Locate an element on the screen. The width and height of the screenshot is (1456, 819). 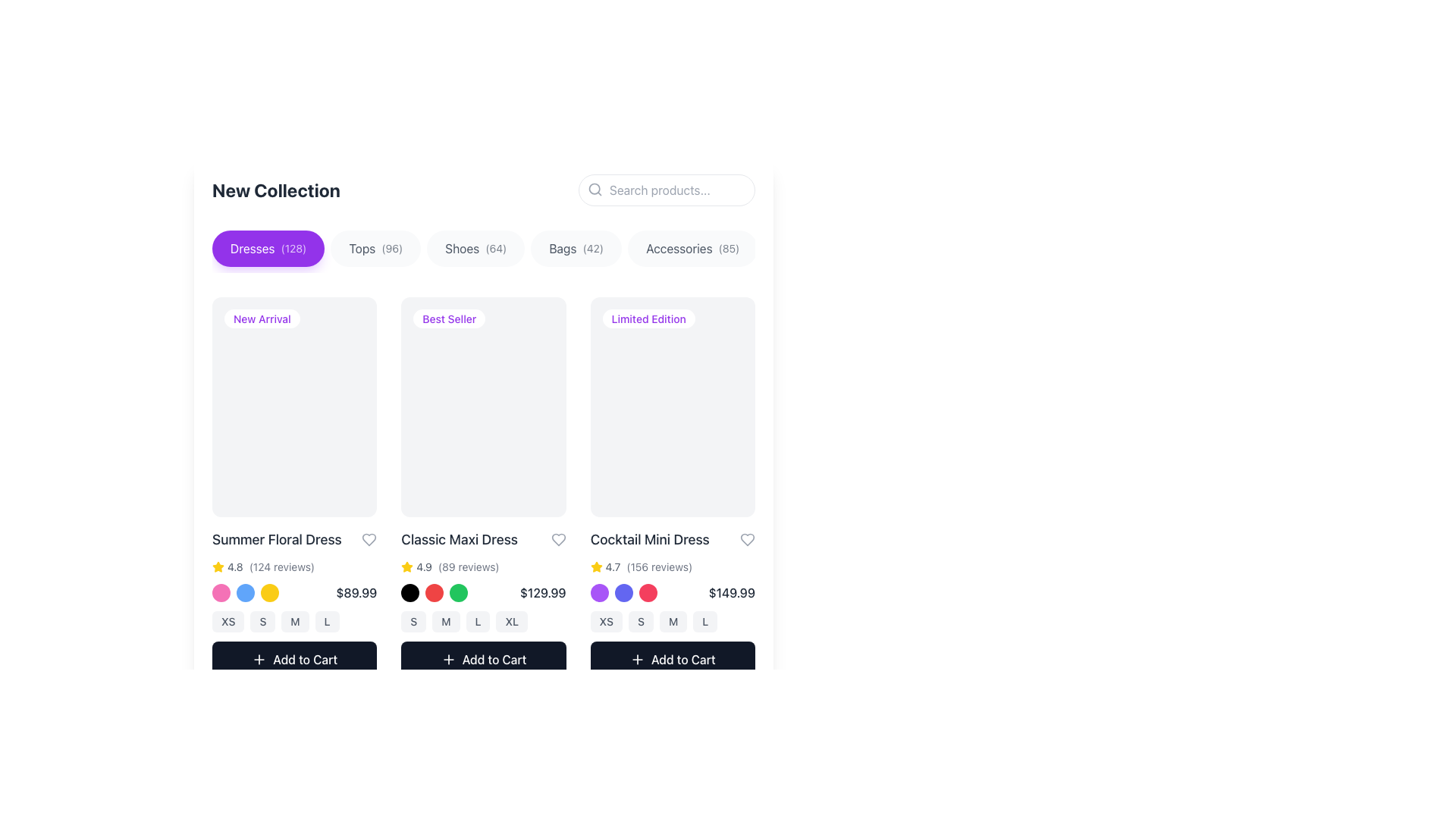
the search icon located within the search input field at the top-right corner of the interface is located at coordinates (595, 189).